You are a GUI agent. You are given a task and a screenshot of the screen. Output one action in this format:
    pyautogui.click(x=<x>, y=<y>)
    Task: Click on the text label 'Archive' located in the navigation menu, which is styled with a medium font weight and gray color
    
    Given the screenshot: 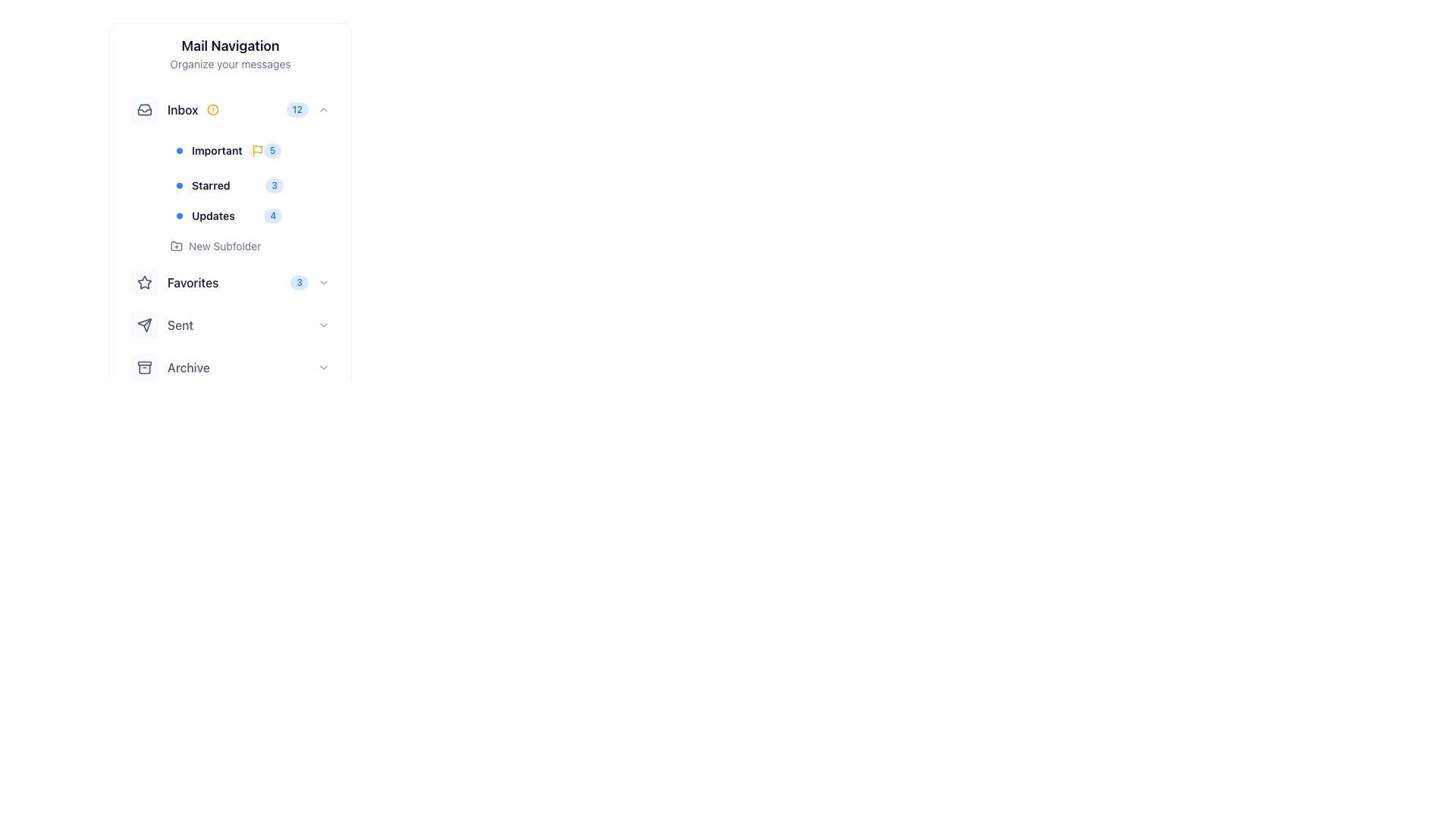 What is the action you would take?
    pyautogui.click(x=187, y=368)
    